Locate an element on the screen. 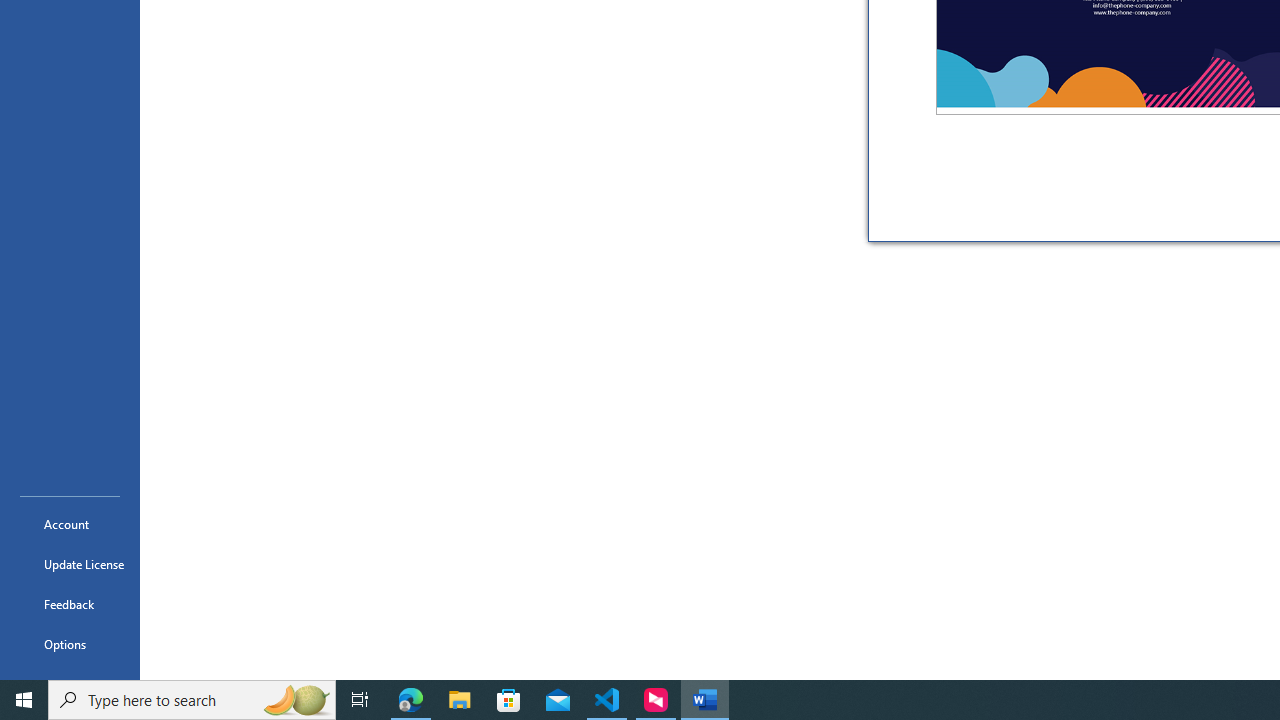  'File Explorer' is located at coordinates (459, 698).